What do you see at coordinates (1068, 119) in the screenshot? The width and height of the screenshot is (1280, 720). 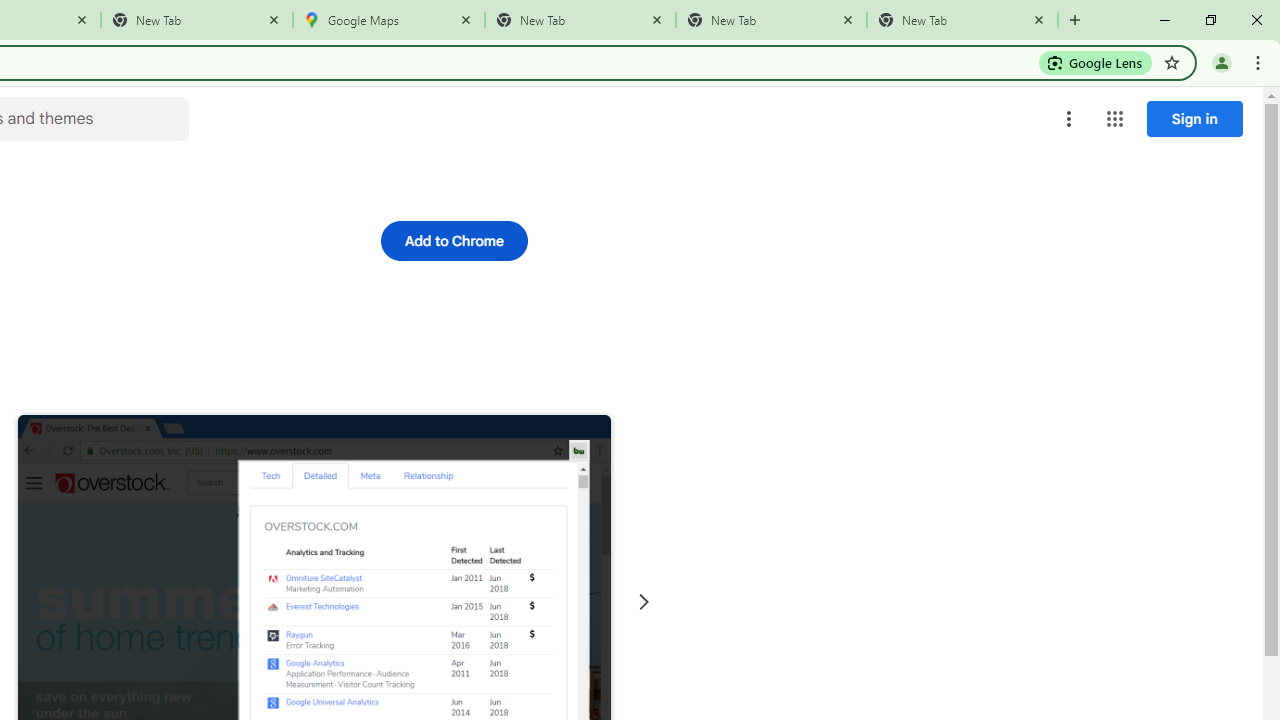 I see `'More options menu'` at bounding box center [1068, 119].